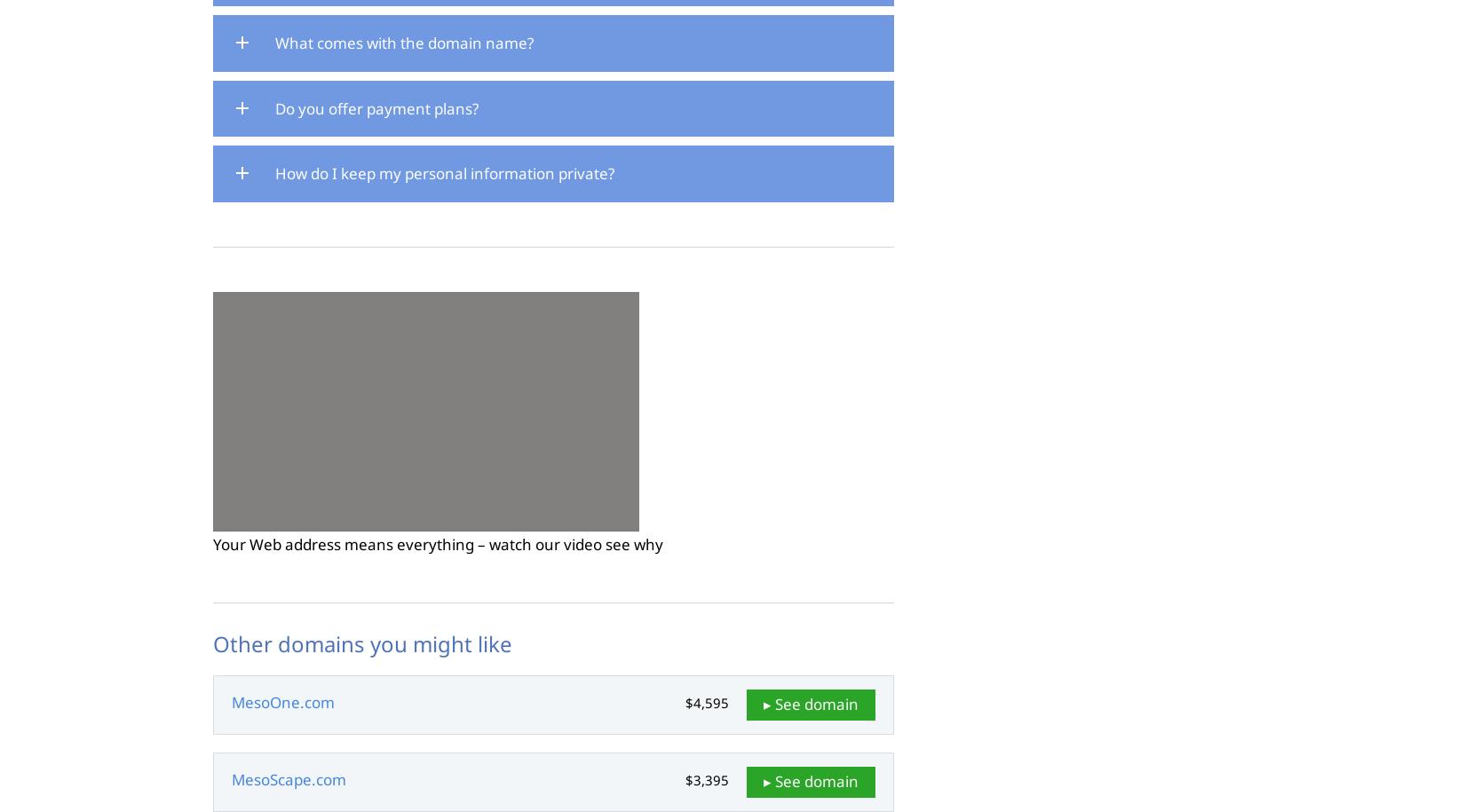 The height and width of the screenshot is (812, 1465). I want to click on '$4,595', so click(685, 702).